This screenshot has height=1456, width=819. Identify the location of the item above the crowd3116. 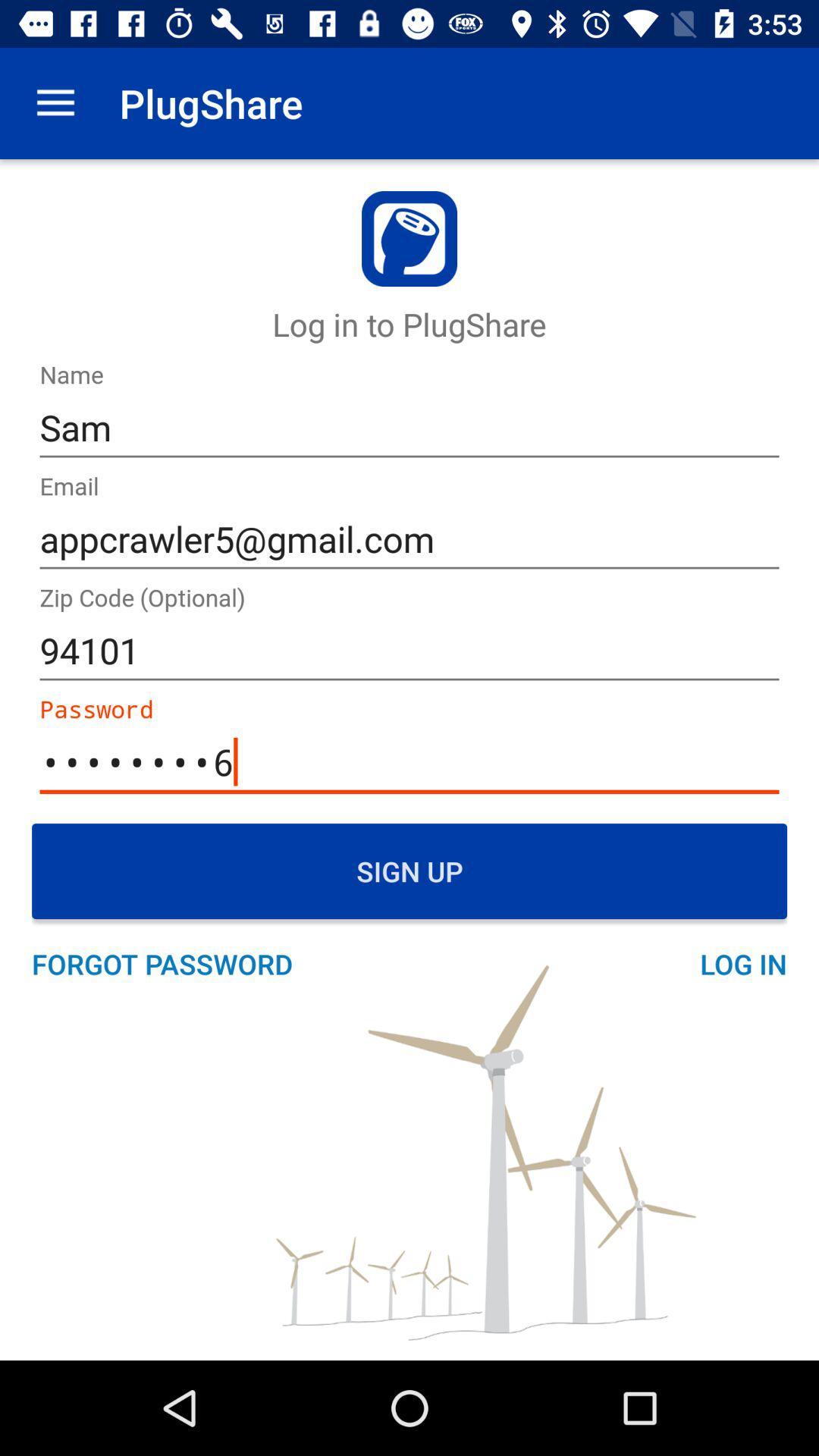
(409, 651).